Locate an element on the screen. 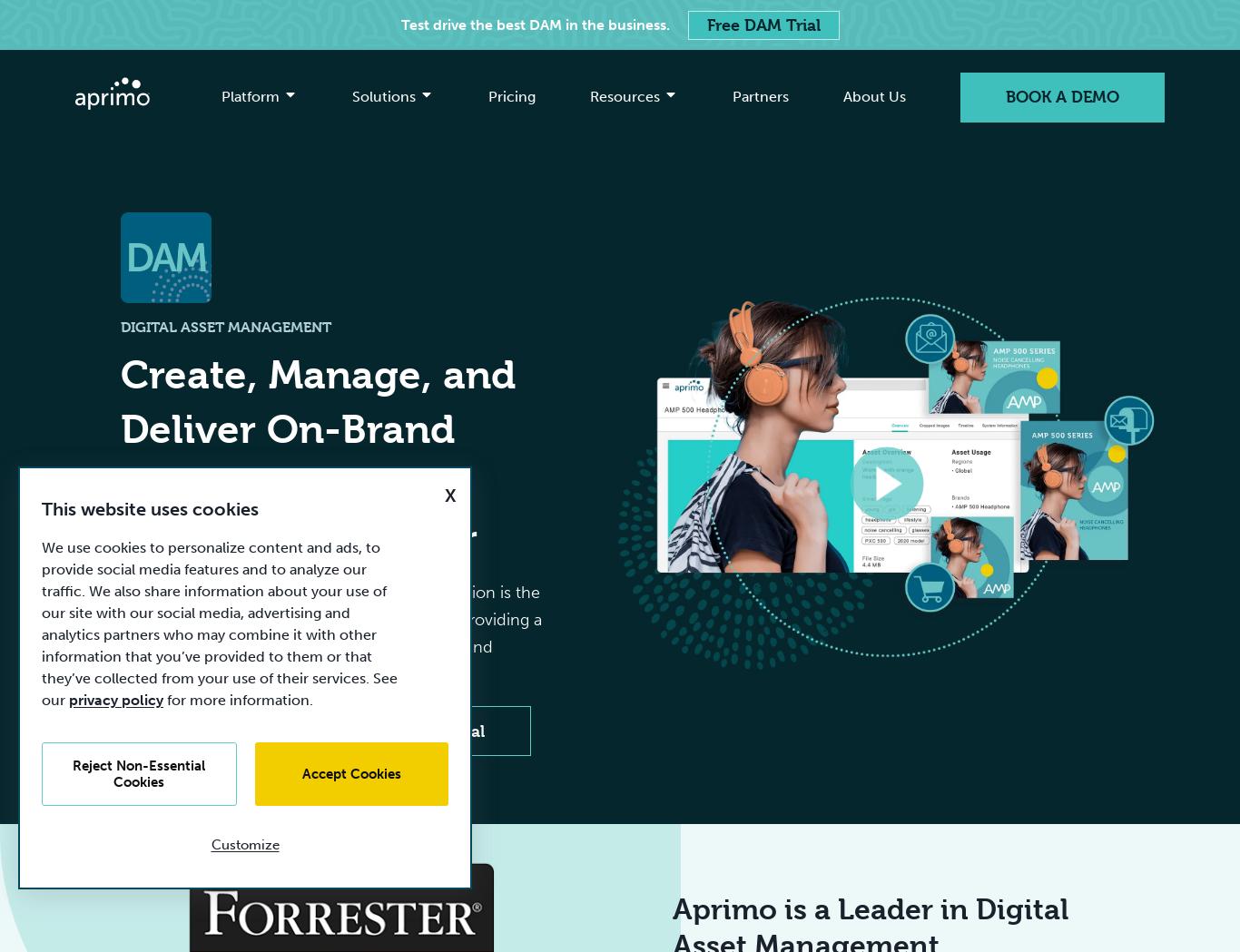 This screenshot has height=952, width=1240. 'Digital Experience Teams' is located at coordinates (684, 292).